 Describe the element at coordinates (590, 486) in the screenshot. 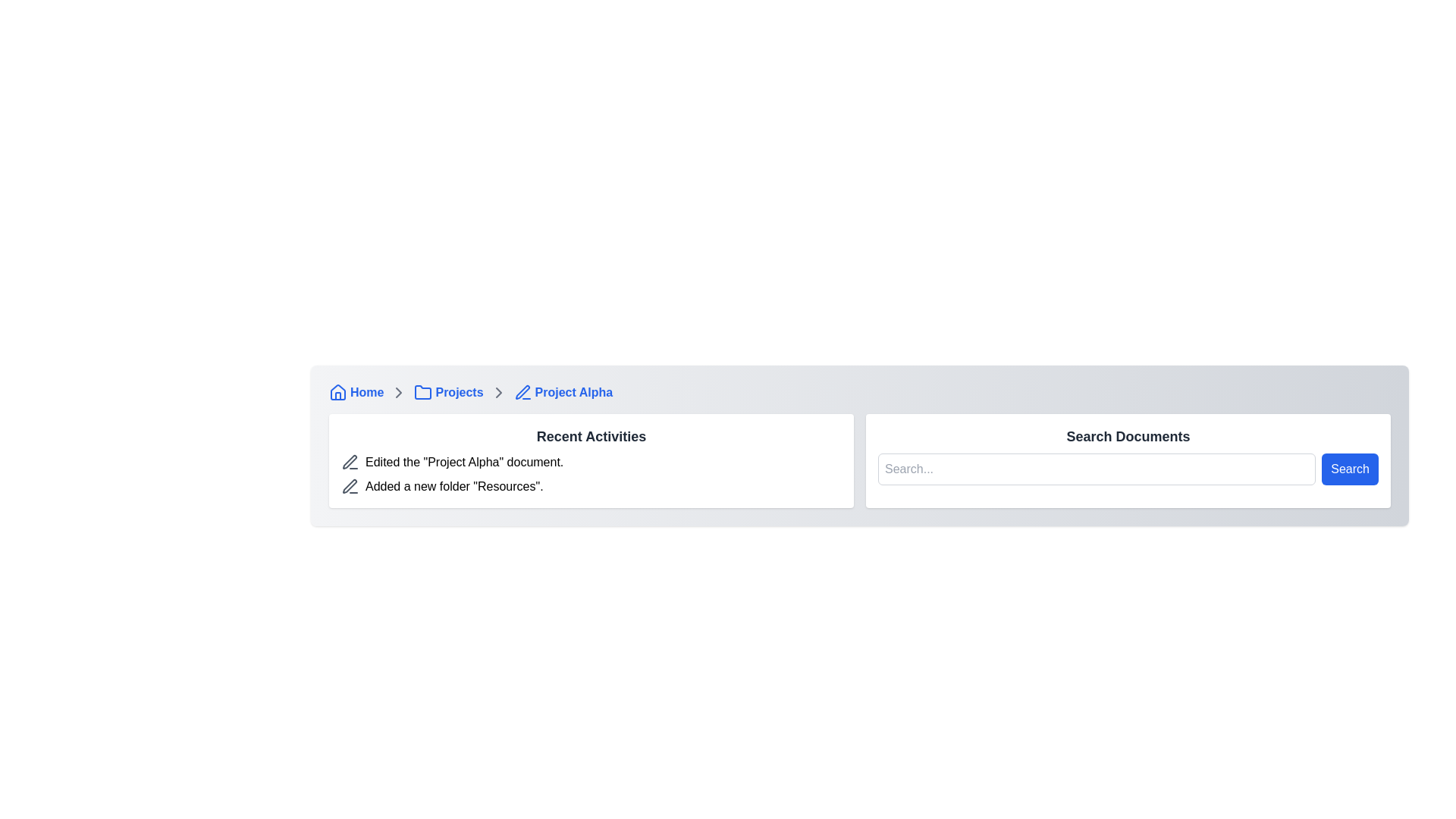

I see `the text message stating 'Added a new folder "Resources".' located in the second position of the 'Recent Activities' section, beneath the entry for 'Edited the "Project Alpha" document.'` at that location.